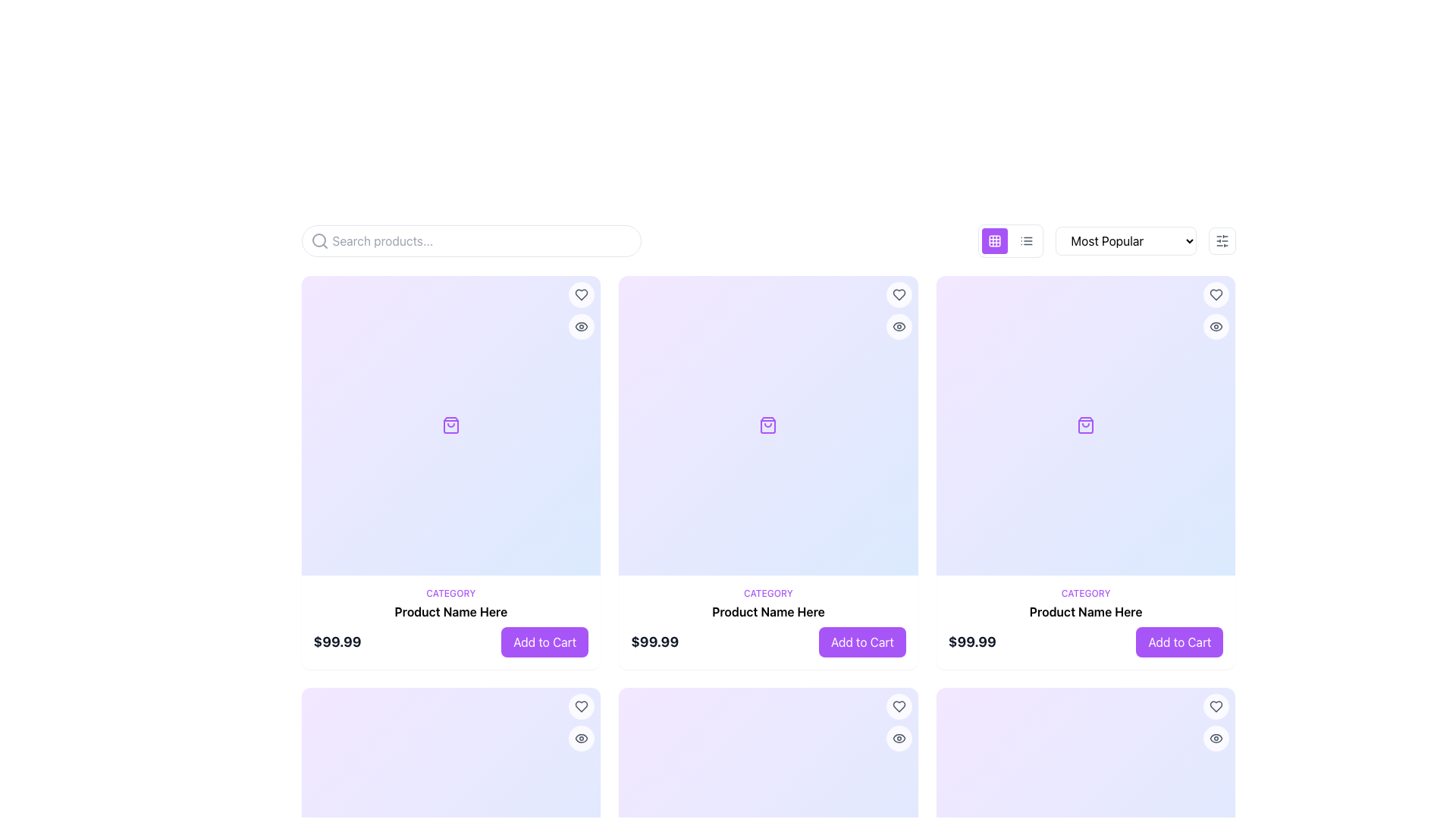 Image resolution: width=1456 pixels, height=819 pixels. What do you see at coordinates (1125, 240) in the screenshot?
I see `the 'Most Popular' dropdown menu element` at bounding box center [1125, 240].